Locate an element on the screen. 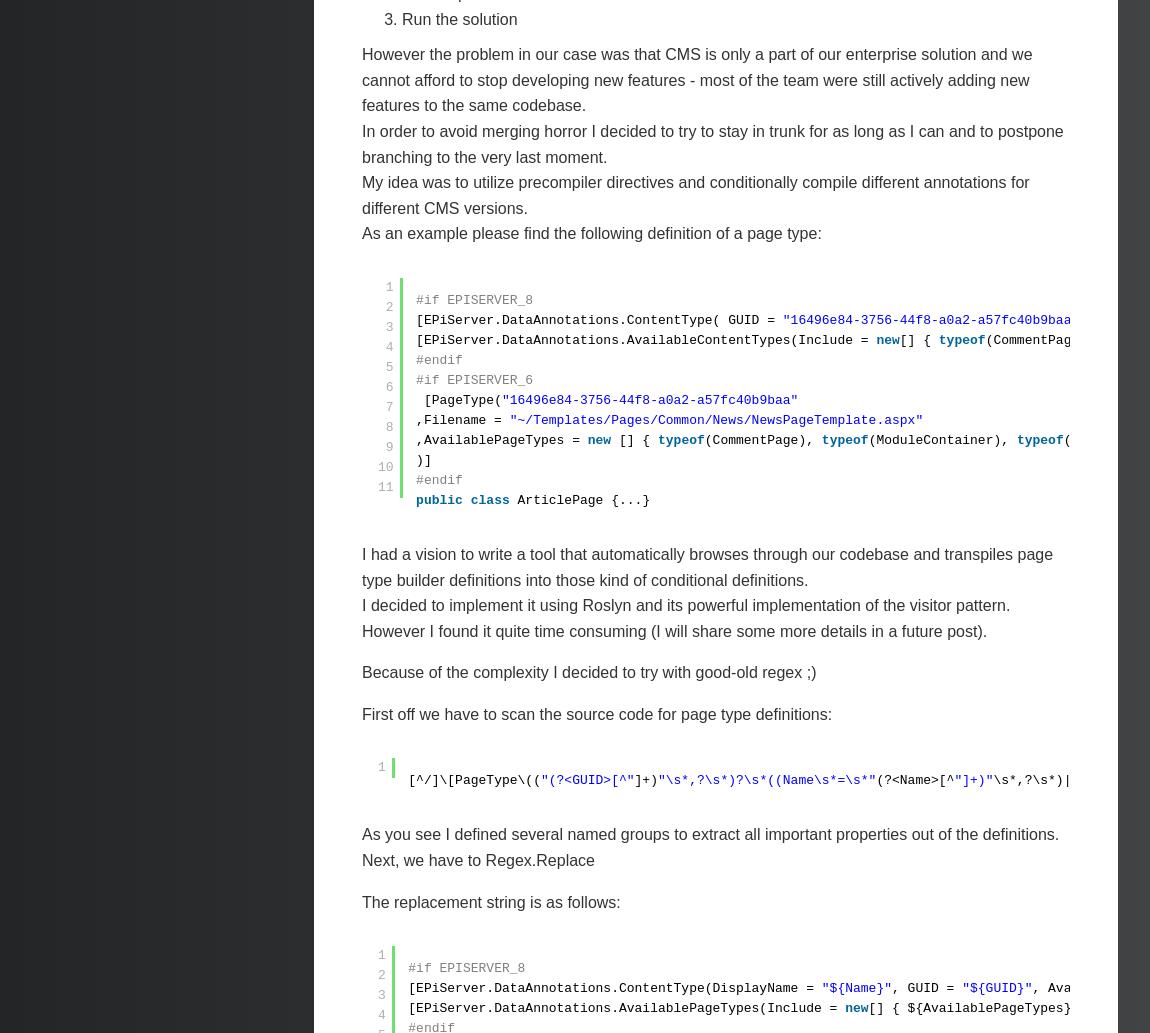  'Because of the complexity I decided to try with good-old regex ;)' is located at coordinates (588, 671).